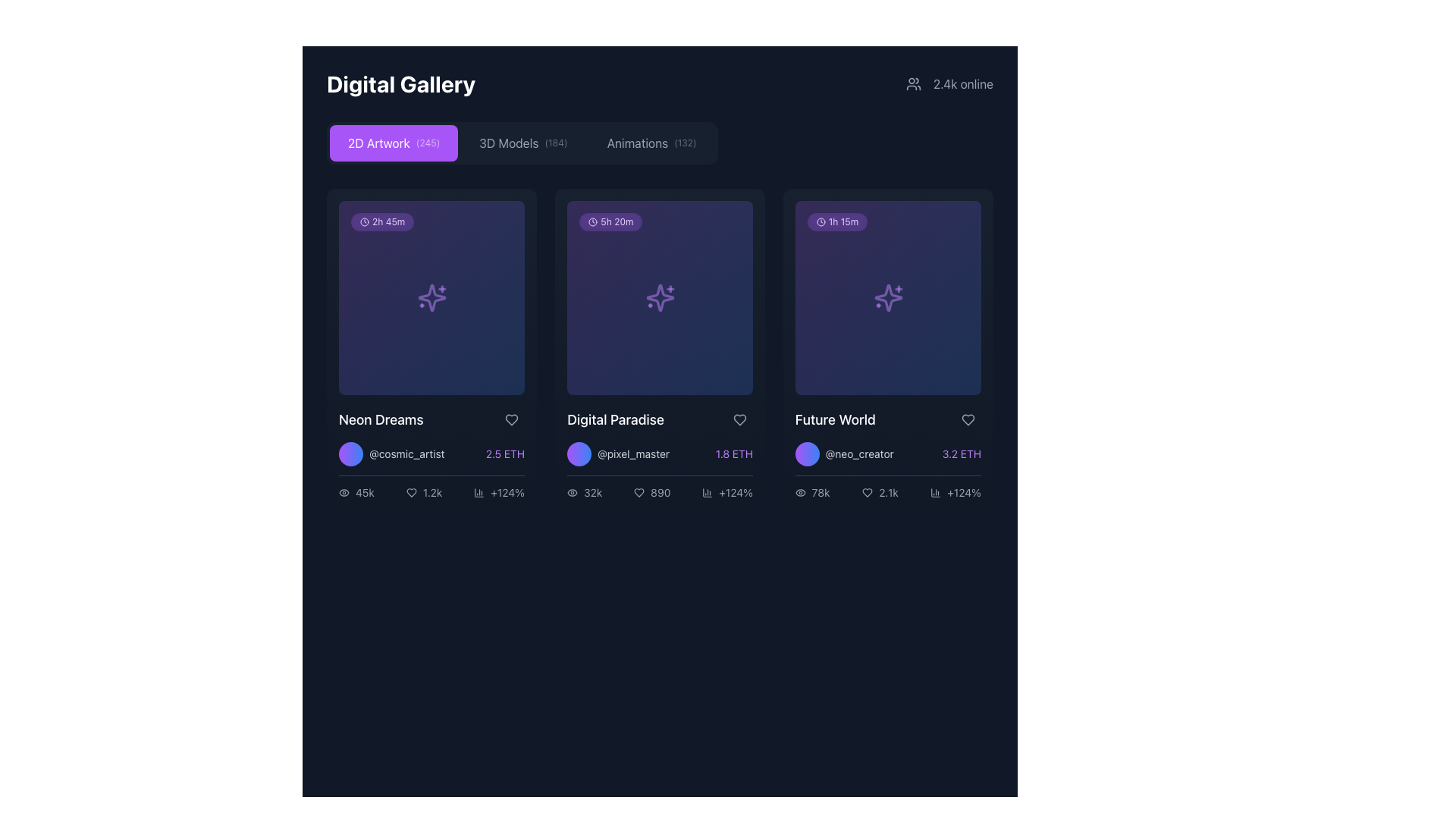 This screenshot has height=819, width=1456. What do you see at coordinates (888, 493) in the screenshot?
I see `the numeric label displaying '2.1k', which is styled in a subdued white font on a dark background and located immediately to the right of a heart icon in the lower section of the 'Future World' card` at bounding box center [888, 493].